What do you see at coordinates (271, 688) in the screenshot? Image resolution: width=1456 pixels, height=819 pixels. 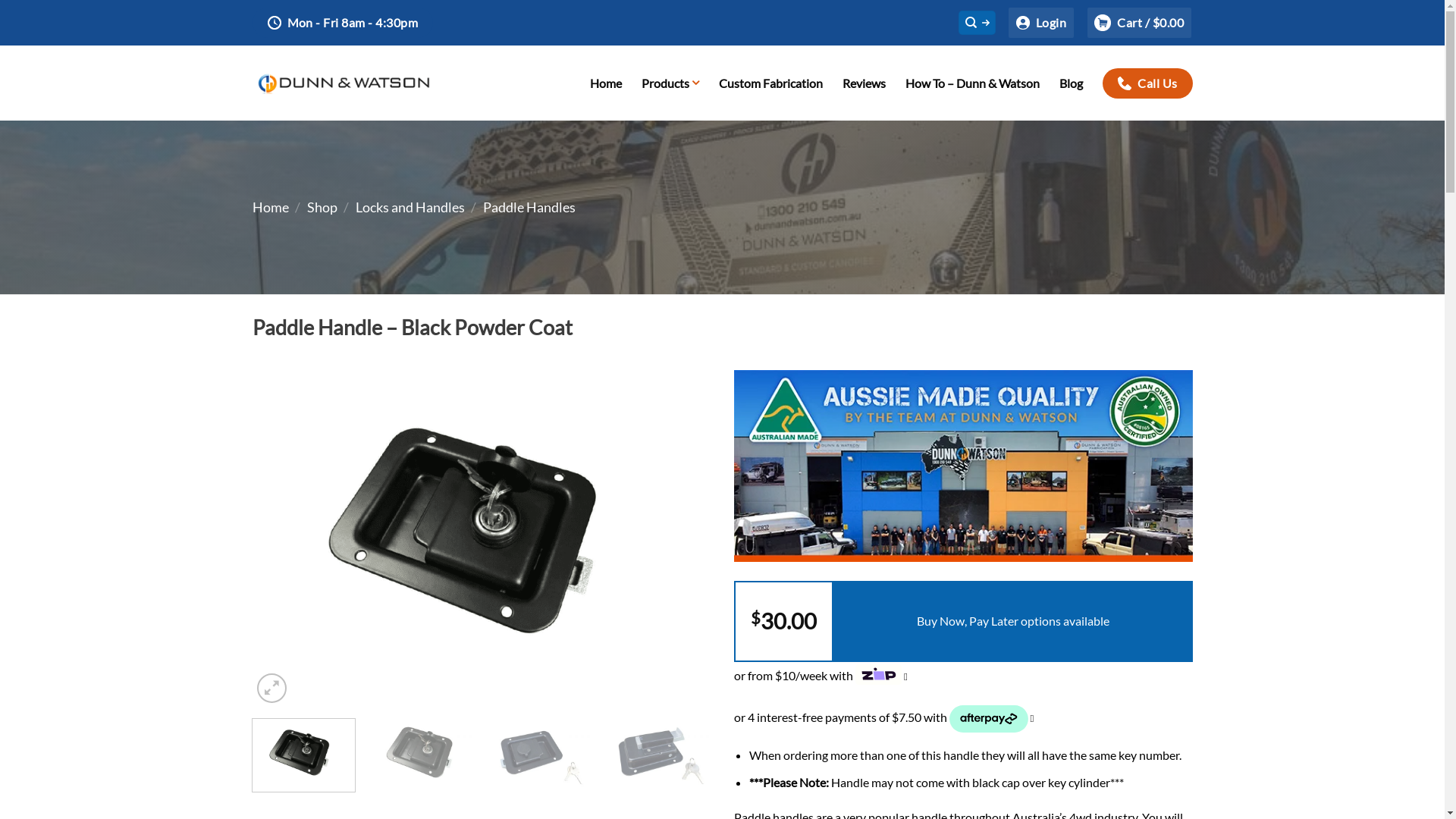 I see `'Zoom'` at bounding box center [271, 688].